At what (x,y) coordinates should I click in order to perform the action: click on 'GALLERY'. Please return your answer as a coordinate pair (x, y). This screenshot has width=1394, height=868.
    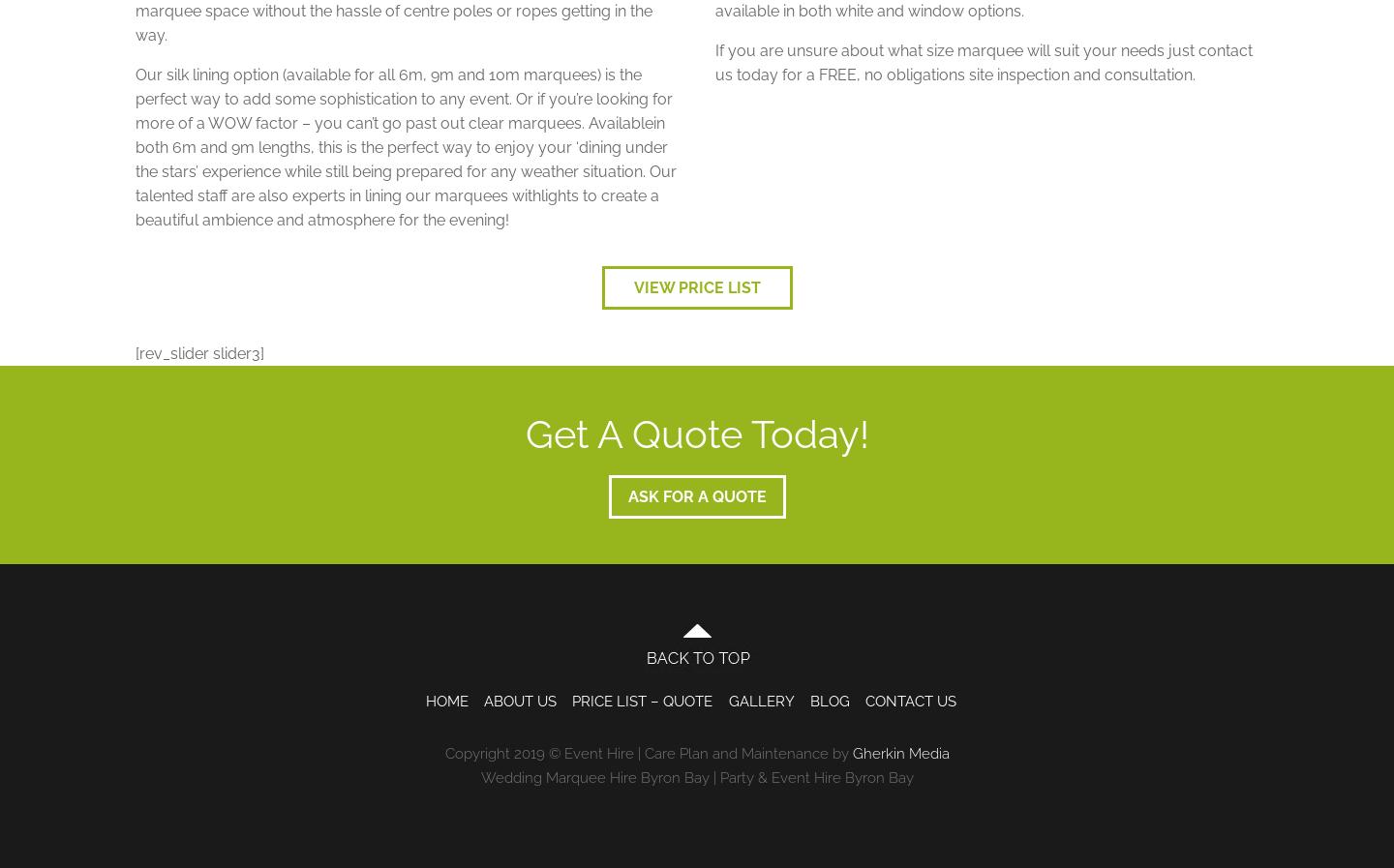
    Looking at the image, I should click on (760, 701).